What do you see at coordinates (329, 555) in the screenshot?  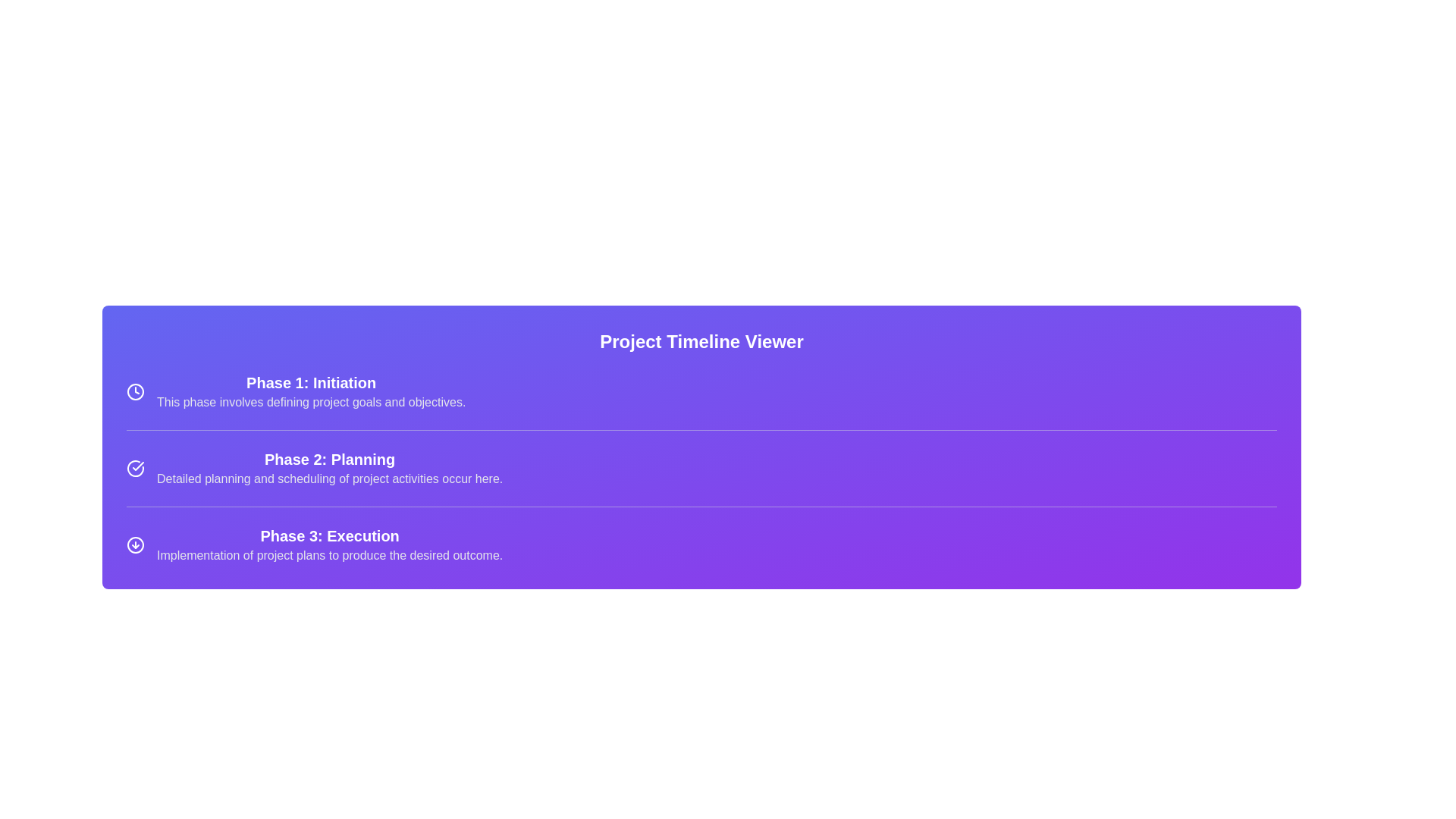 I see `the text label that reads 'Implementation of project plans to produce the desired outcome.' located under the 'Phase 3: Execution' heading` at bounding box center [329, 555].